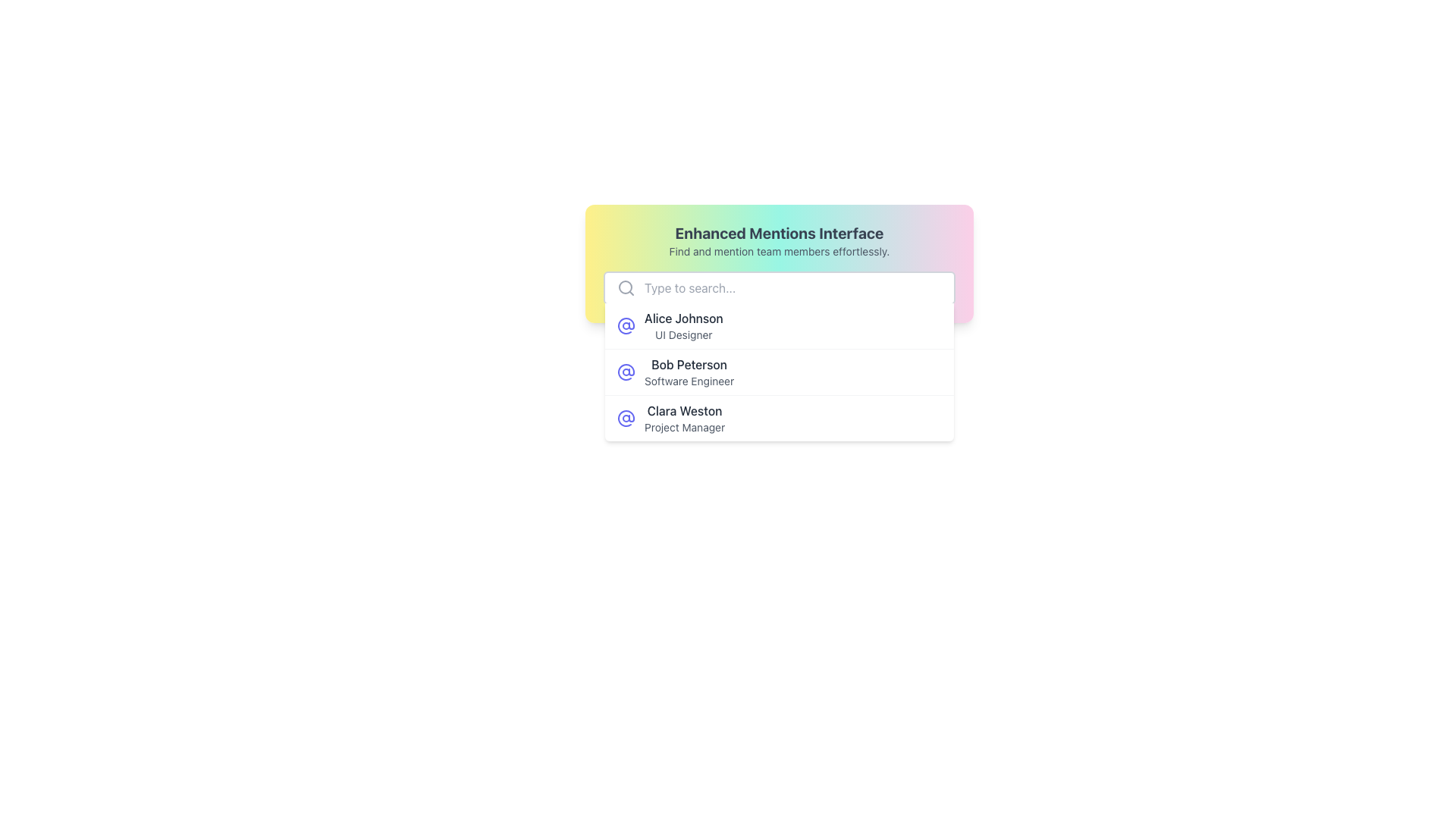 This screenshot has height=819, width=1456. Describe the element at coordinates (779, 288) in the screenshot. I see `the Search Input Field located at the upper portion of the dropdown interface` at that location.